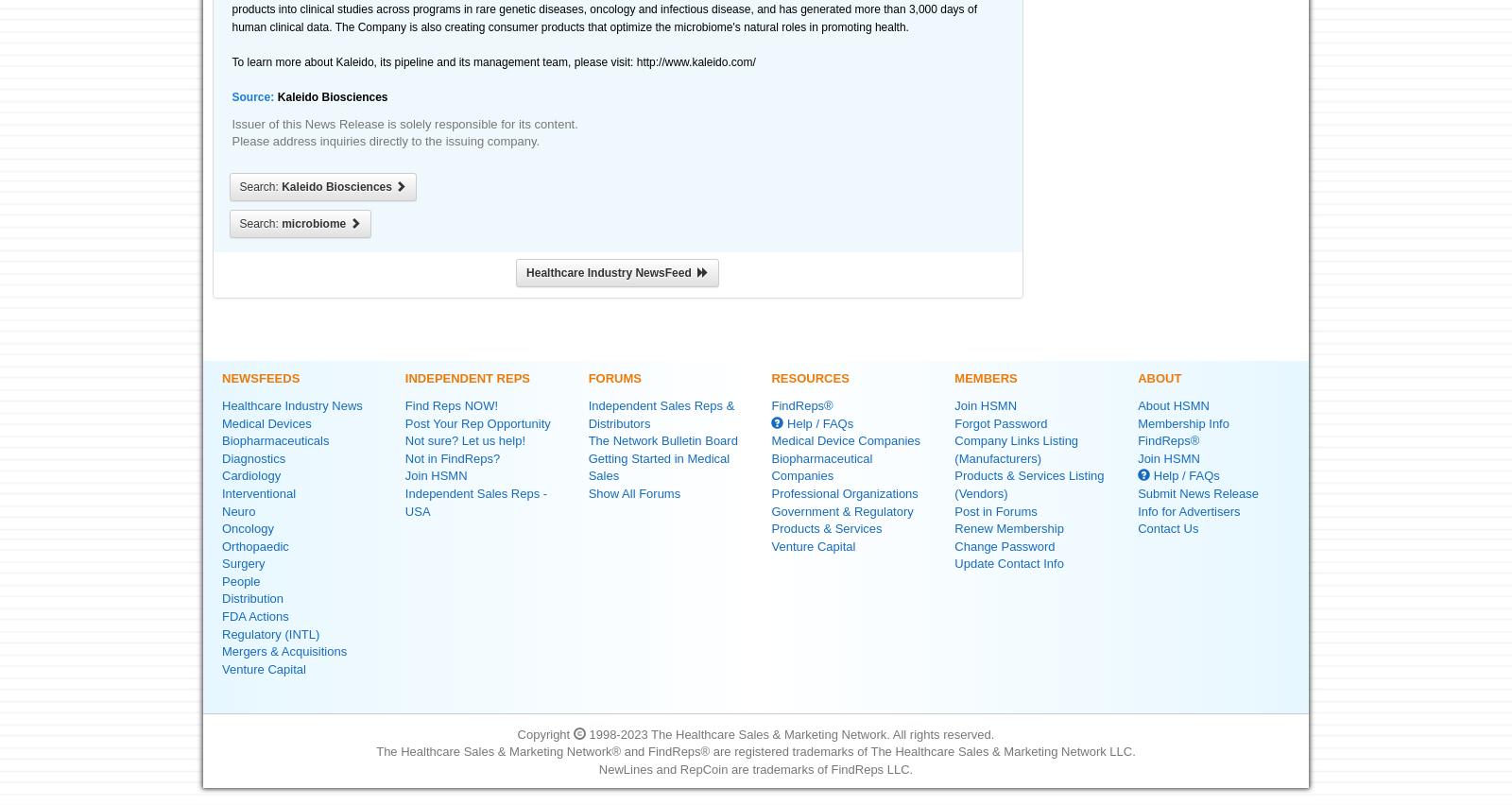  What do you see at coordinates (238, 510) in the screenshot?
I see `'Neuro'` at bounding box center [238, 510].